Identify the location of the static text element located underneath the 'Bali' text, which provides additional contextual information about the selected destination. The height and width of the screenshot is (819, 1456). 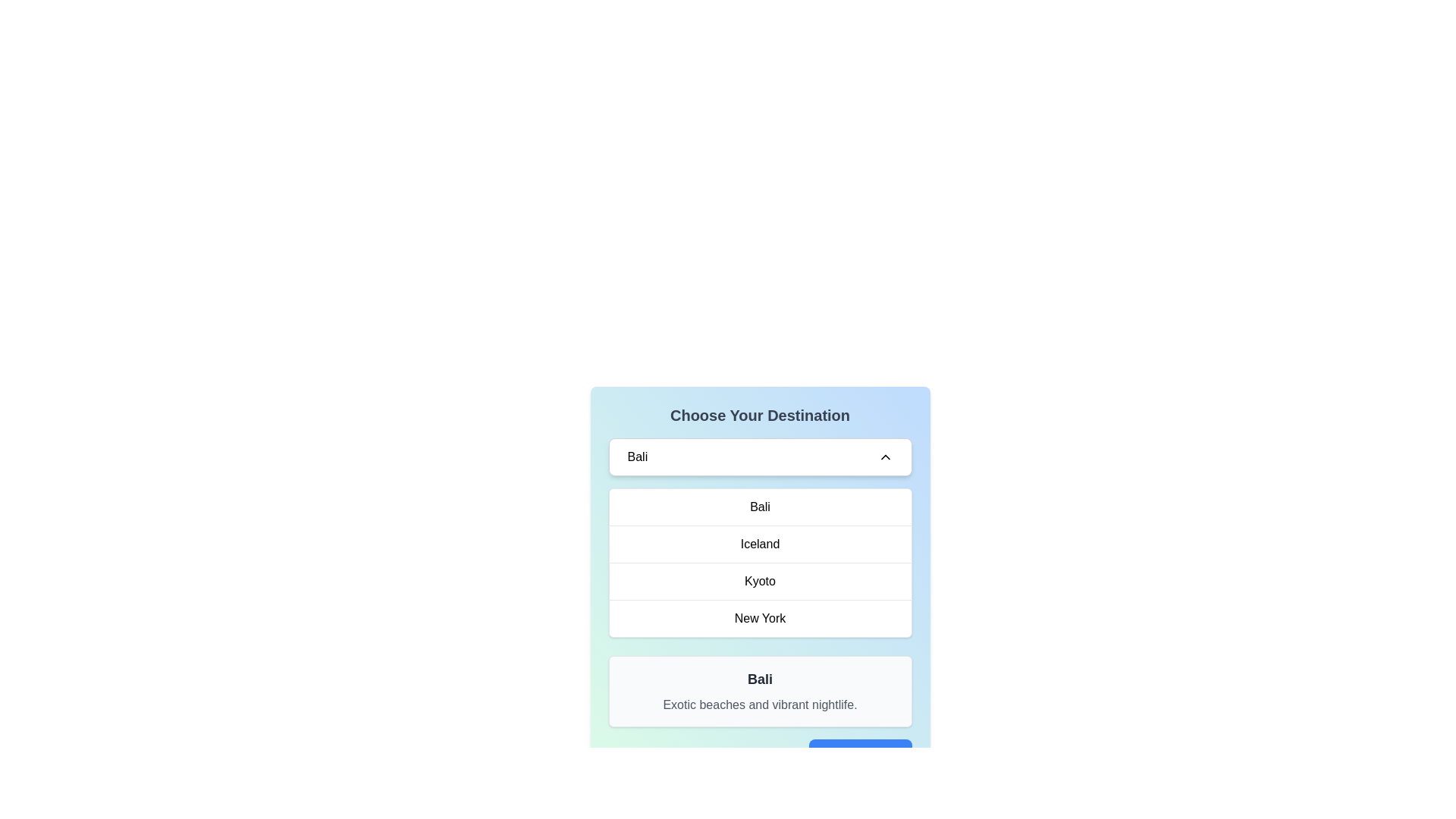
(760, 704).